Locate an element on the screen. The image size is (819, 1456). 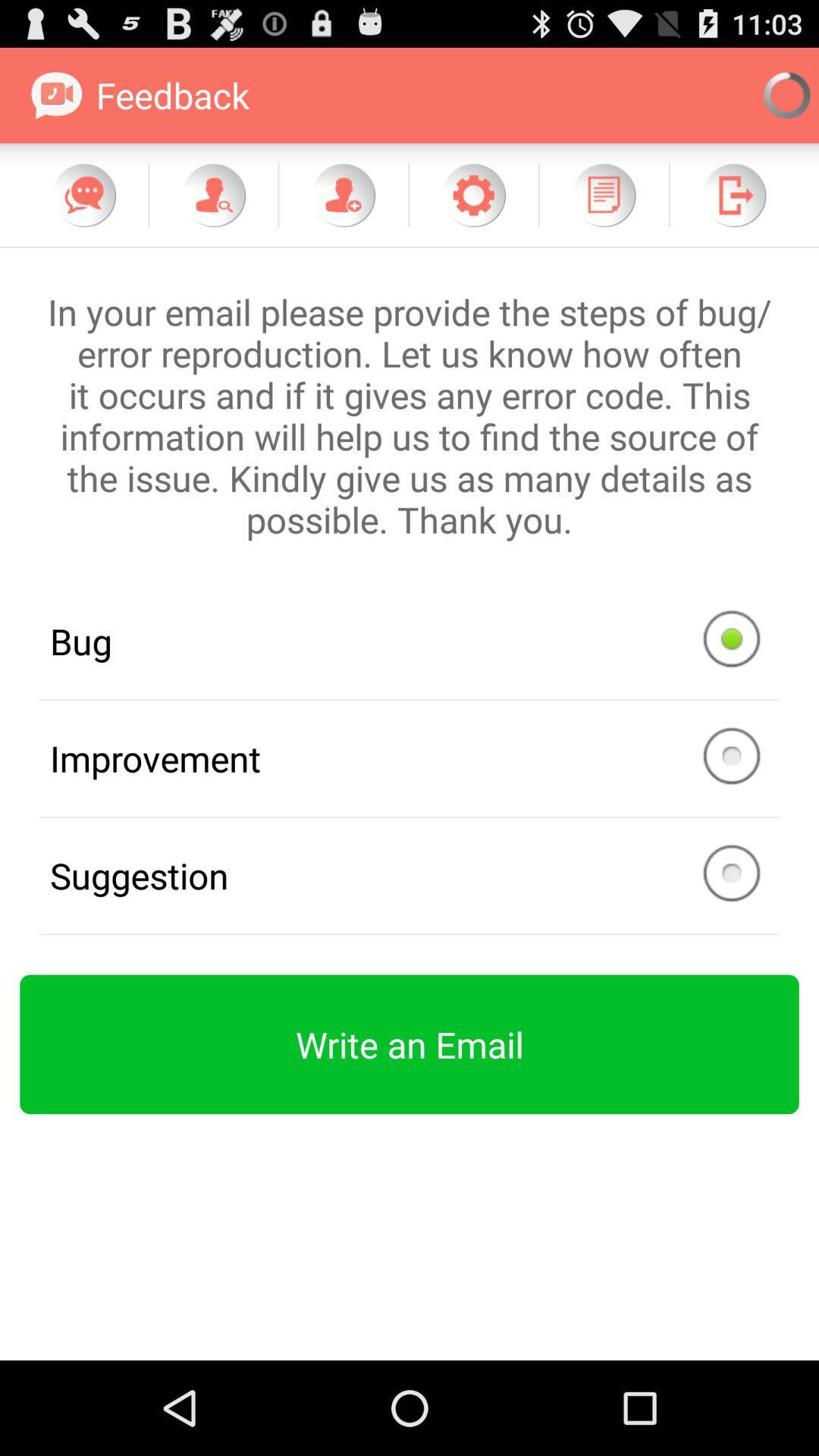
search contact is located at coordinates (213, 194).